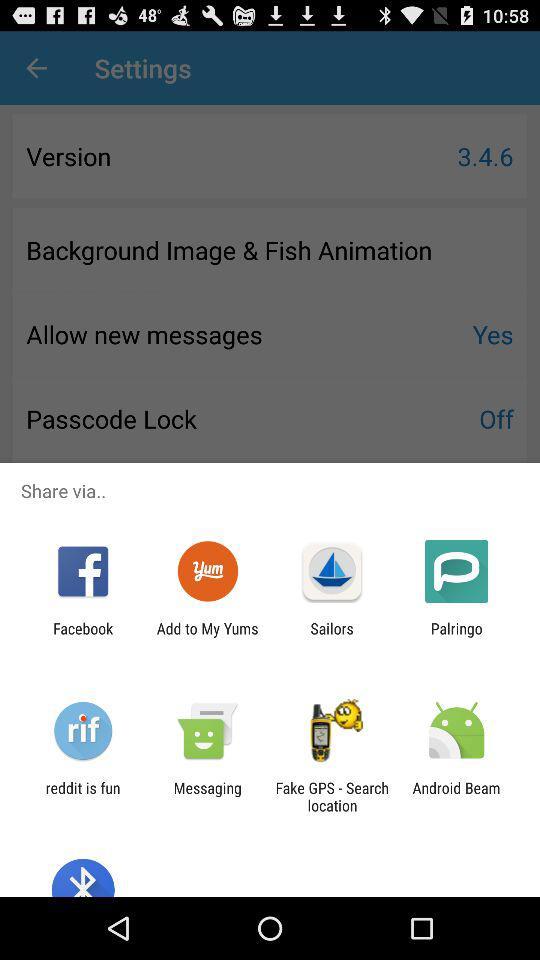  I want to click on the app next to the facebook icon, so click(206, 636).